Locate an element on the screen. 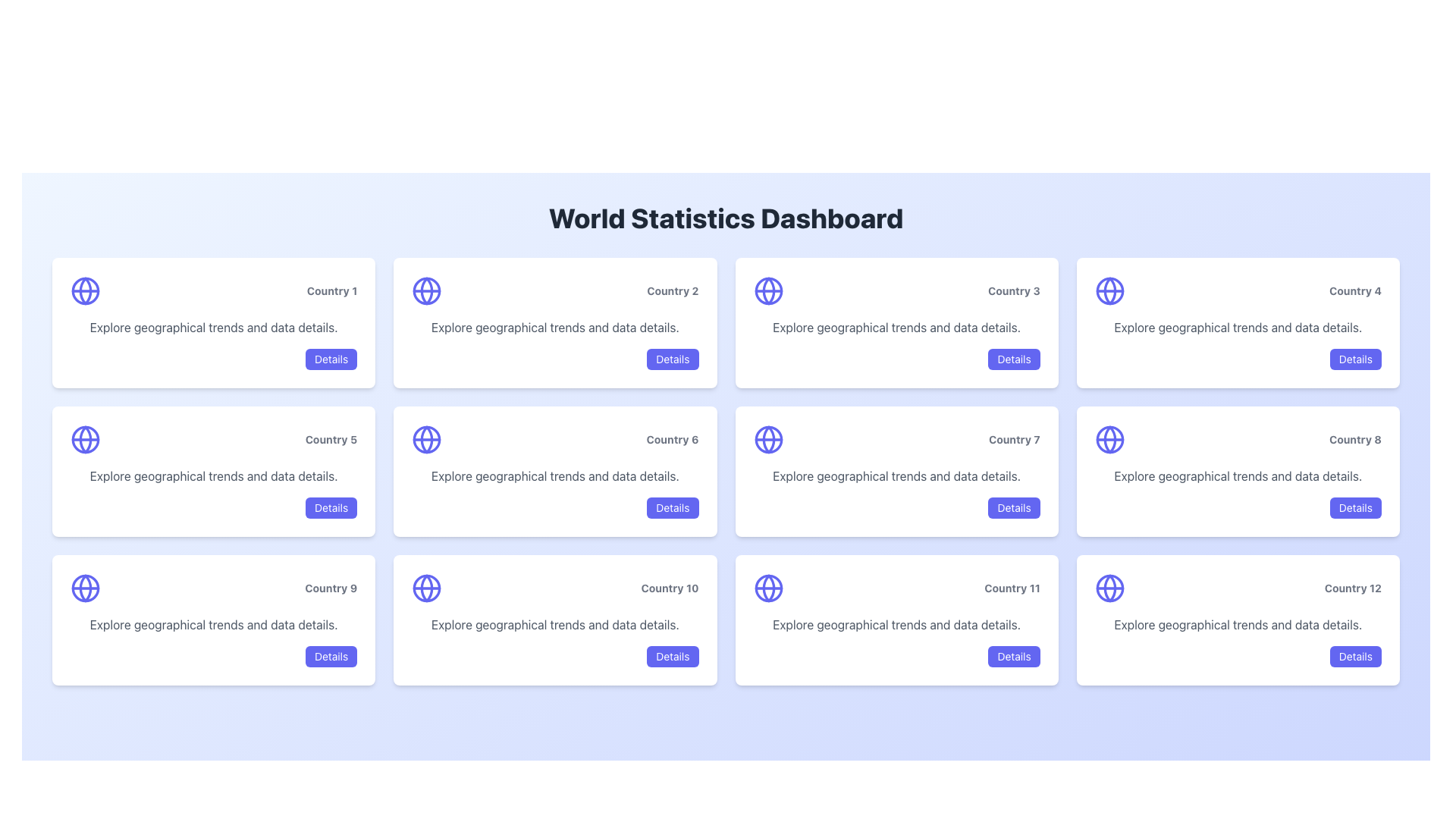  the blue circular icon in the globe-like design within the card labeled 'Country 9' is located at coordinates (85, 587).